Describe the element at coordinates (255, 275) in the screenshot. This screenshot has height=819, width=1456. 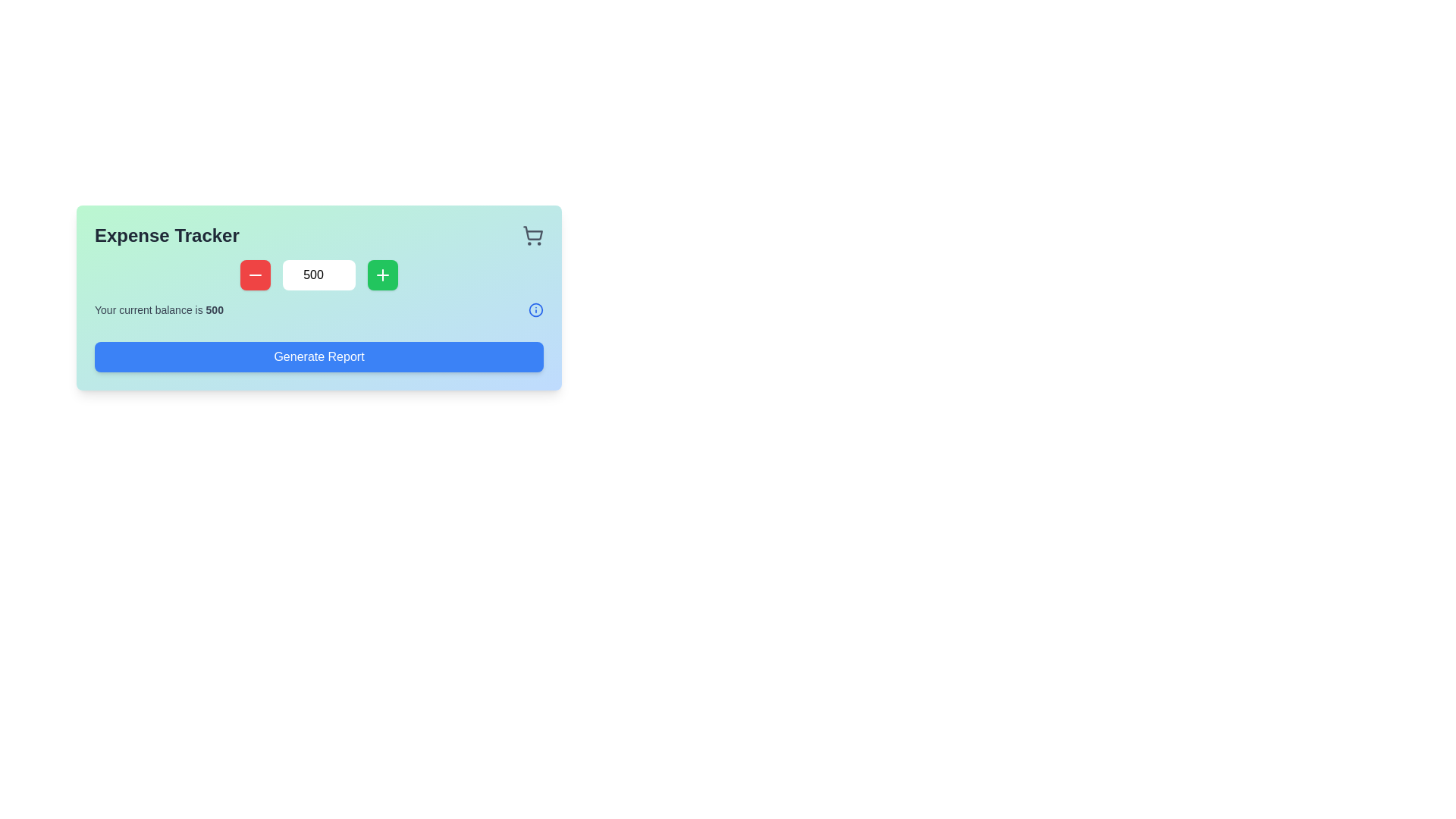
I see `the small horizontal minus icon located inside the circular area of the red button, positioned near the top left of the user interface panel` at that location.